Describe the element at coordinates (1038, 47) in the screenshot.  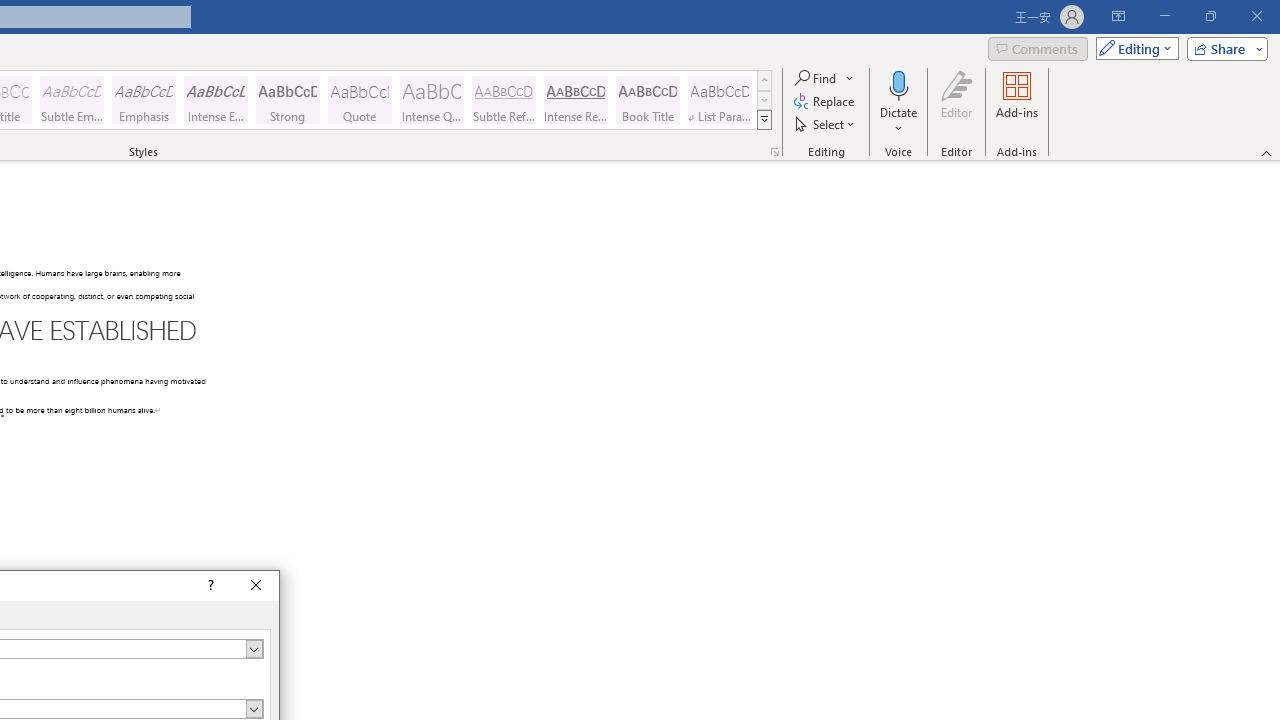
I see `'Comments'` at that location.